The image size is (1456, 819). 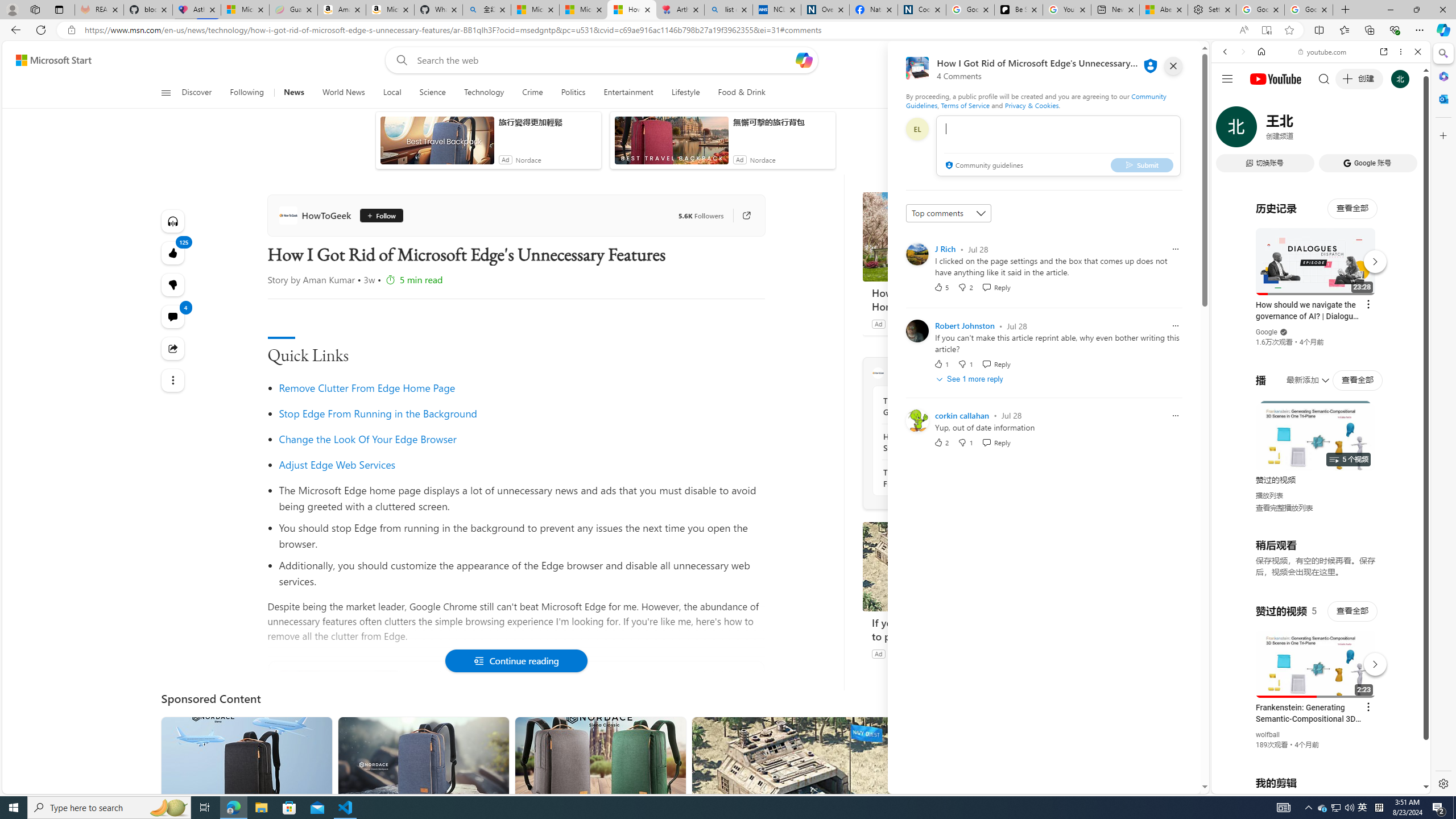 What do you see at coordinates (58, 9) in the screenshot?
I see `'Tab actions menu'` at bounding box center [58, 9].